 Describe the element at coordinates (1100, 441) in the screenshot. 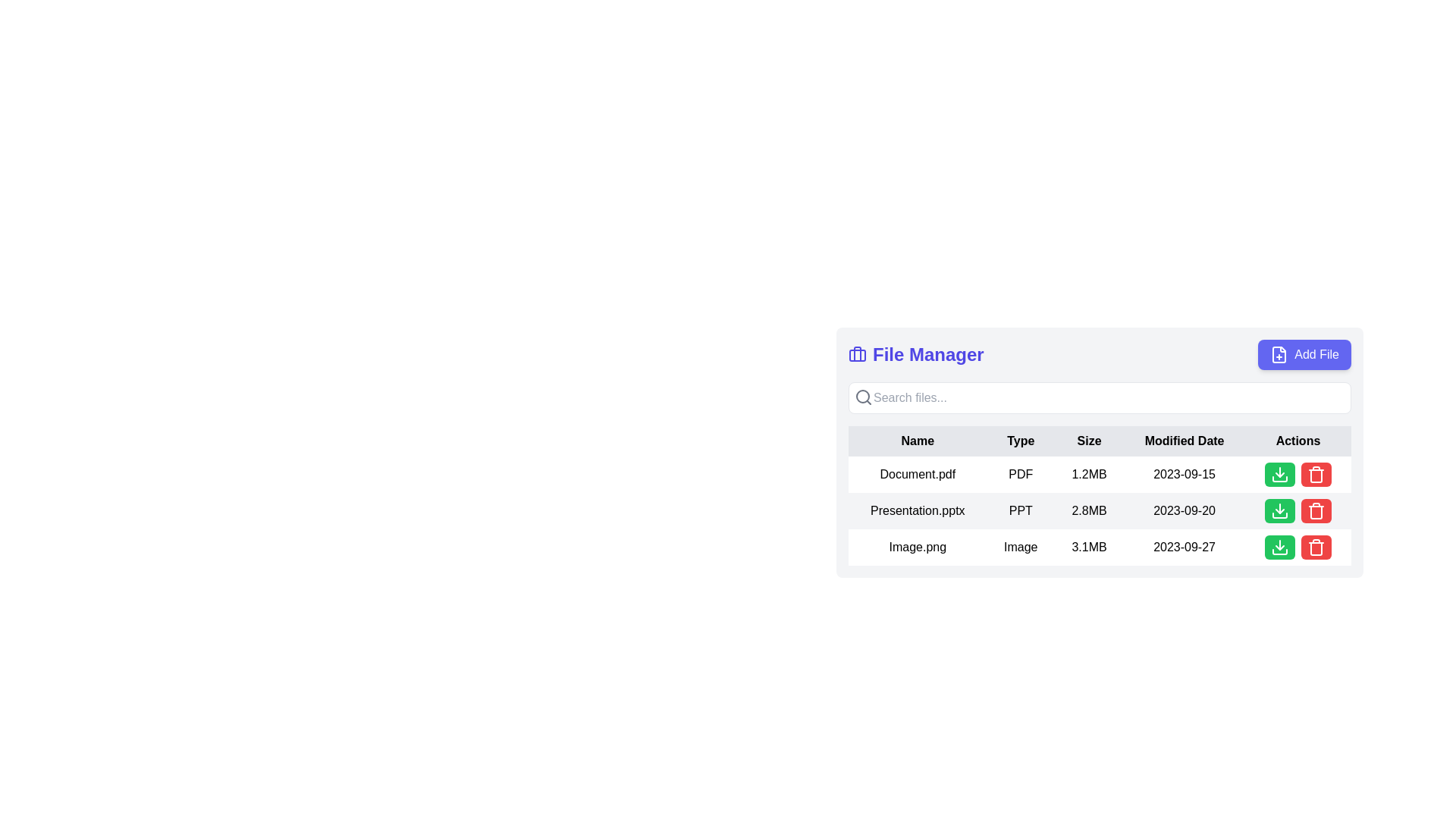

I see `the Table Header element that labels the columns of the file details table in the file manager interface` at that location.